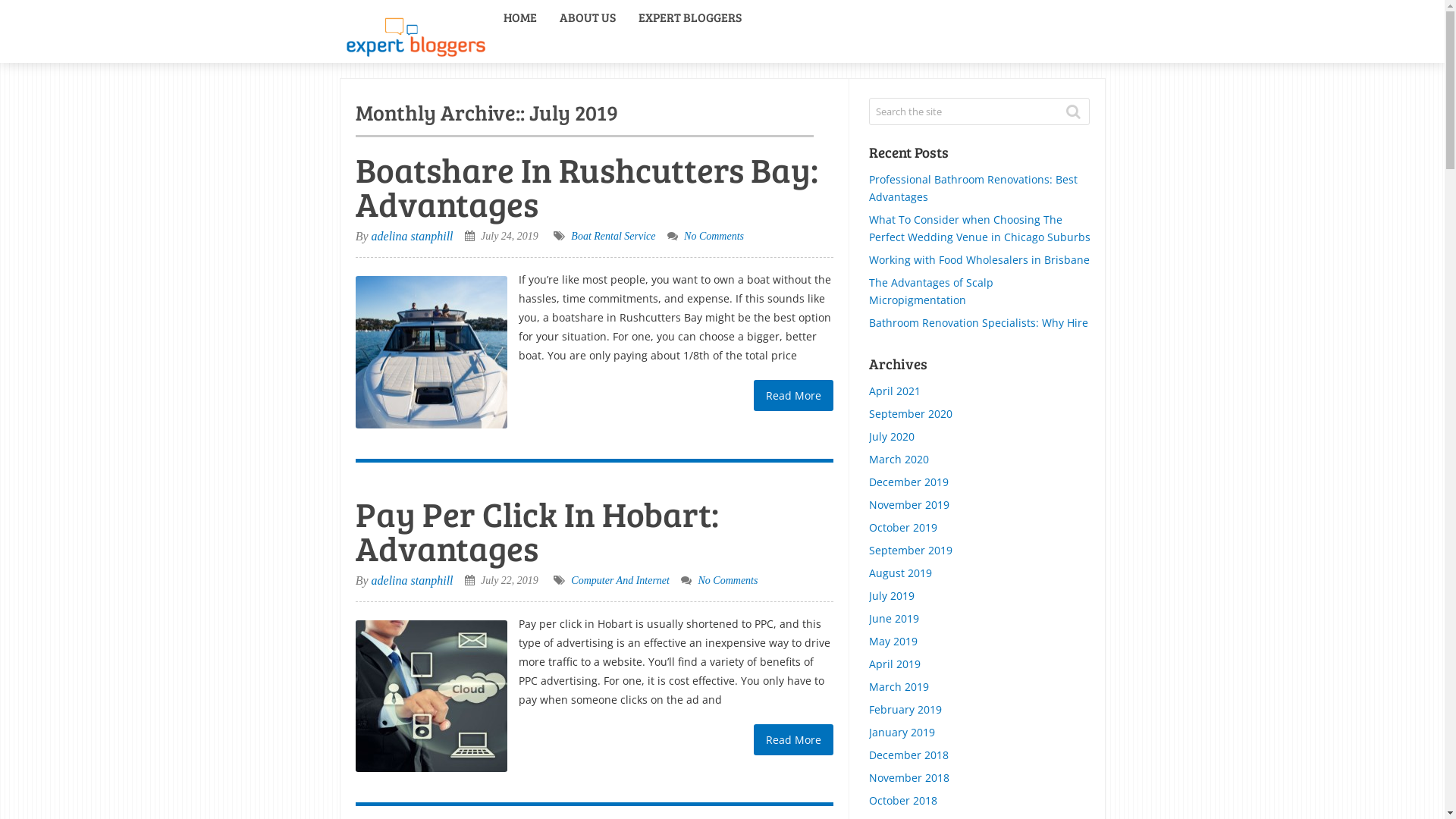 The height and width of the screenshot is (819, 1456). What do you see at coordinates (869, 731) in the screenshot?
I see `'January 2019'` at bounding box center [869, 731].